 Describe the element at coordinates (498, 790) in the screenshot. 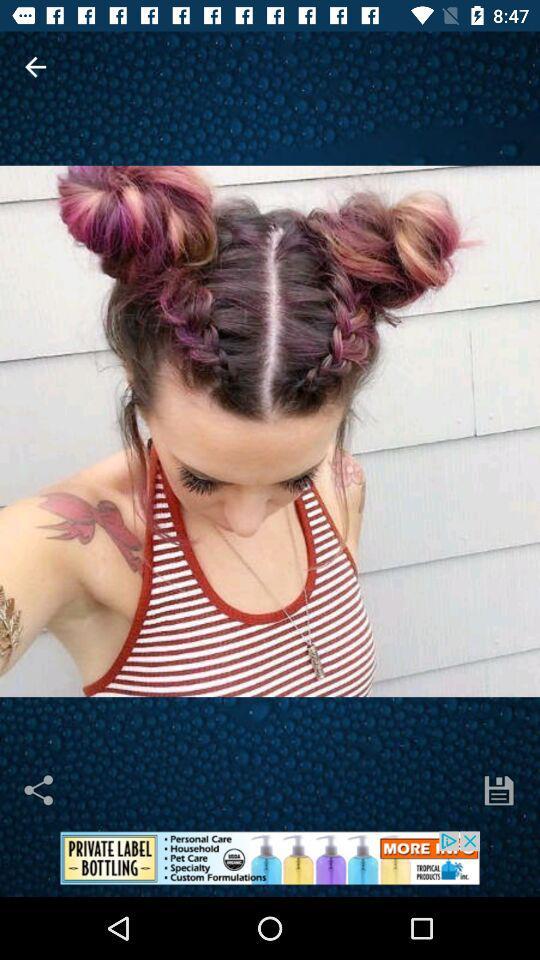

I see `the save icon` at that location.